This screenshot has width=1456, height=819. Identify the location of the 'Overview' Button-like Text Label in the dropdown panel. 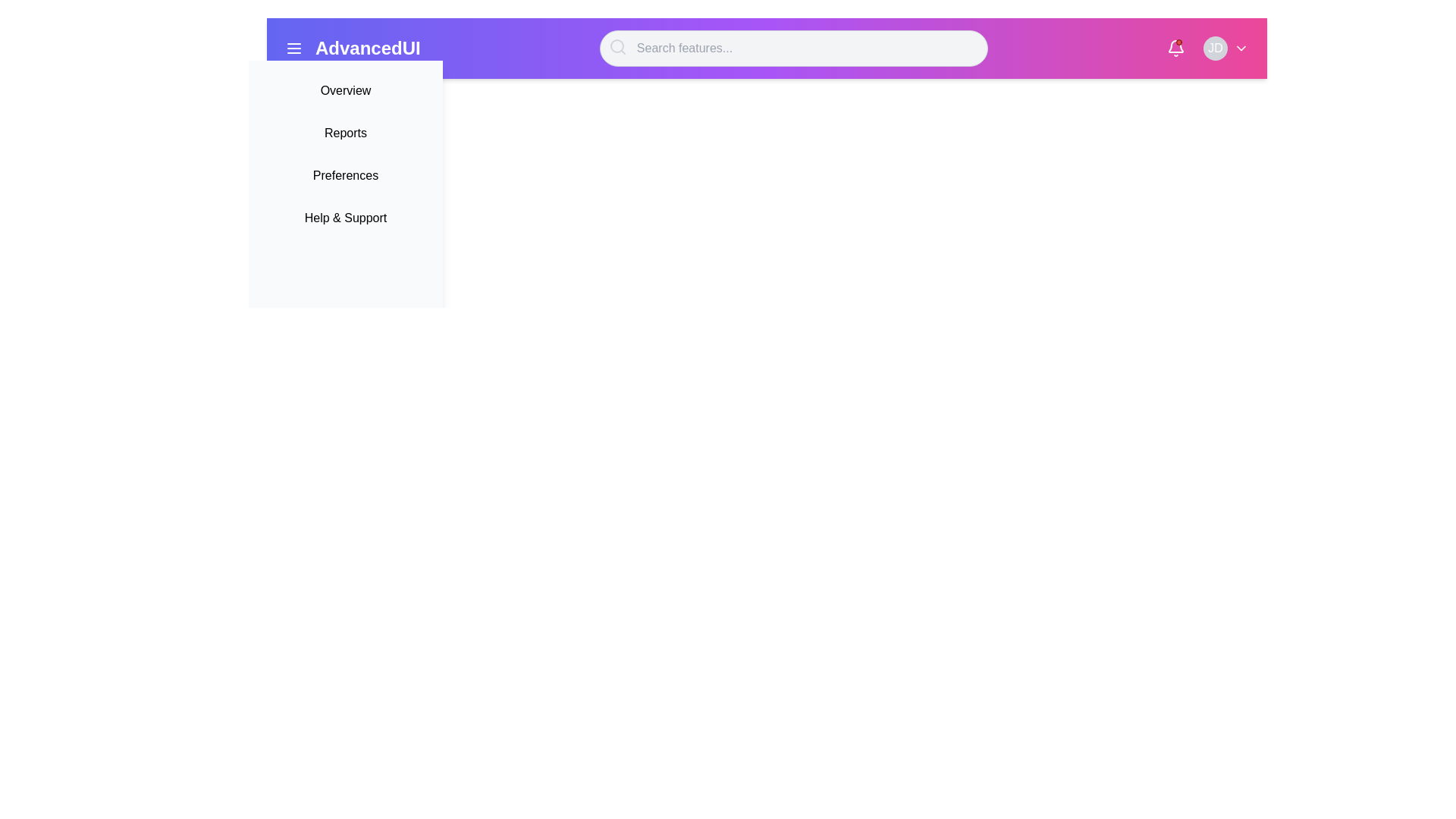
(345, 90).